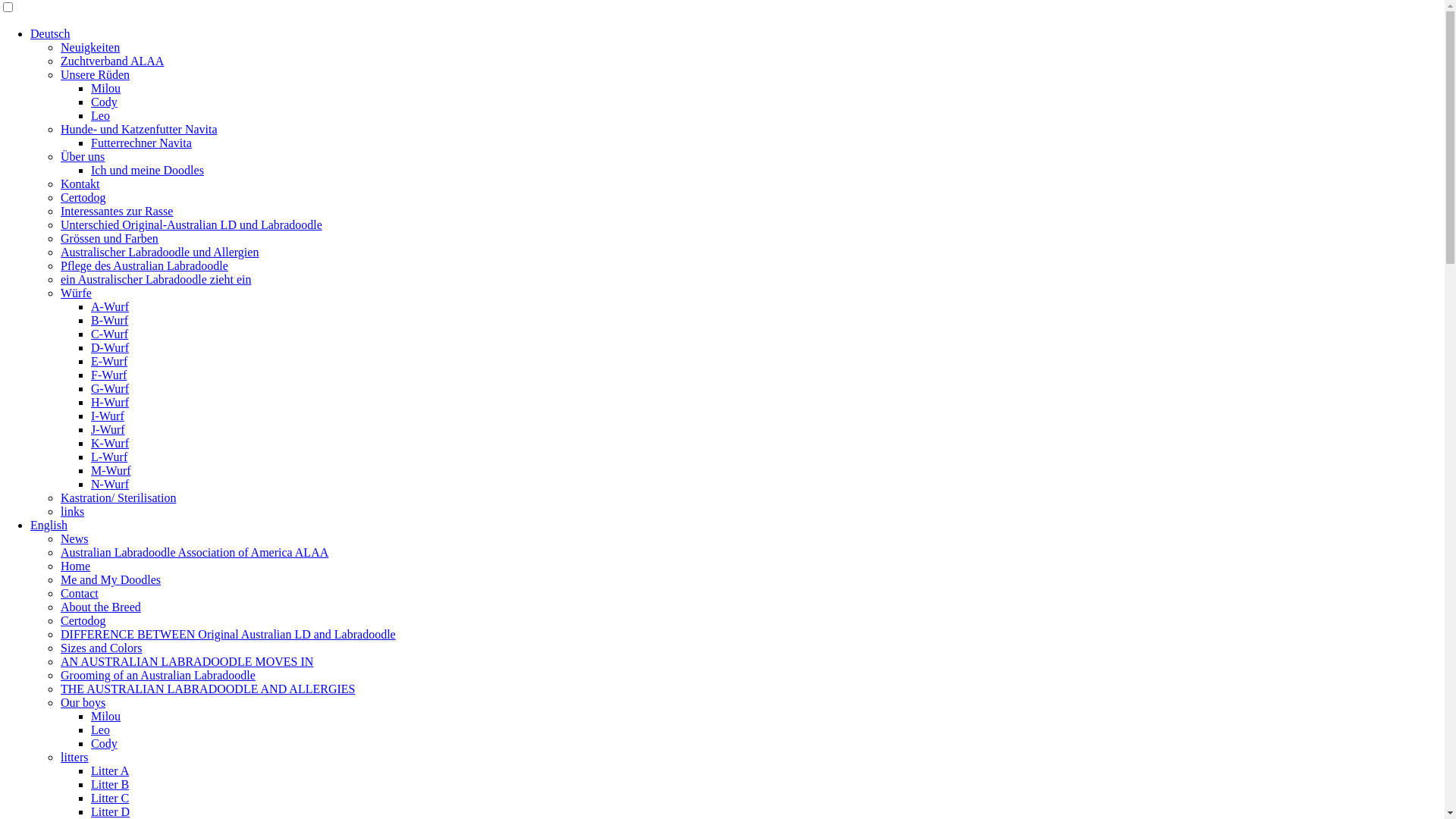 The image size is (1456, 819). What do you see at coordinates (82, 702) in the screenshot?
I see `'Our boys'` at bounding box center [82, 702].